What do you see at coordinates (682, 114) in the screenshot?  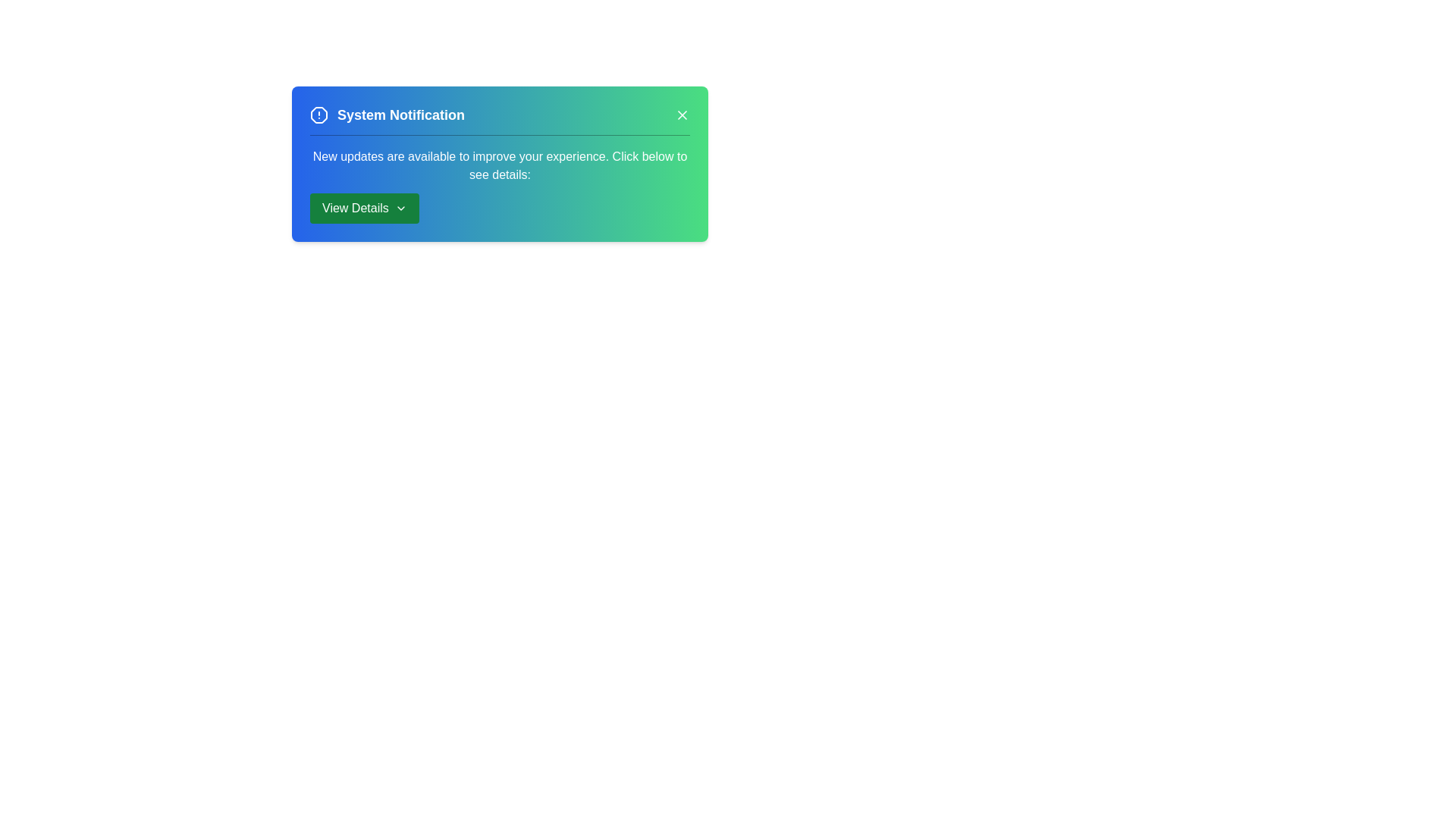 I see `the close button (X) to close the alert` at bounding box center [682, 114].